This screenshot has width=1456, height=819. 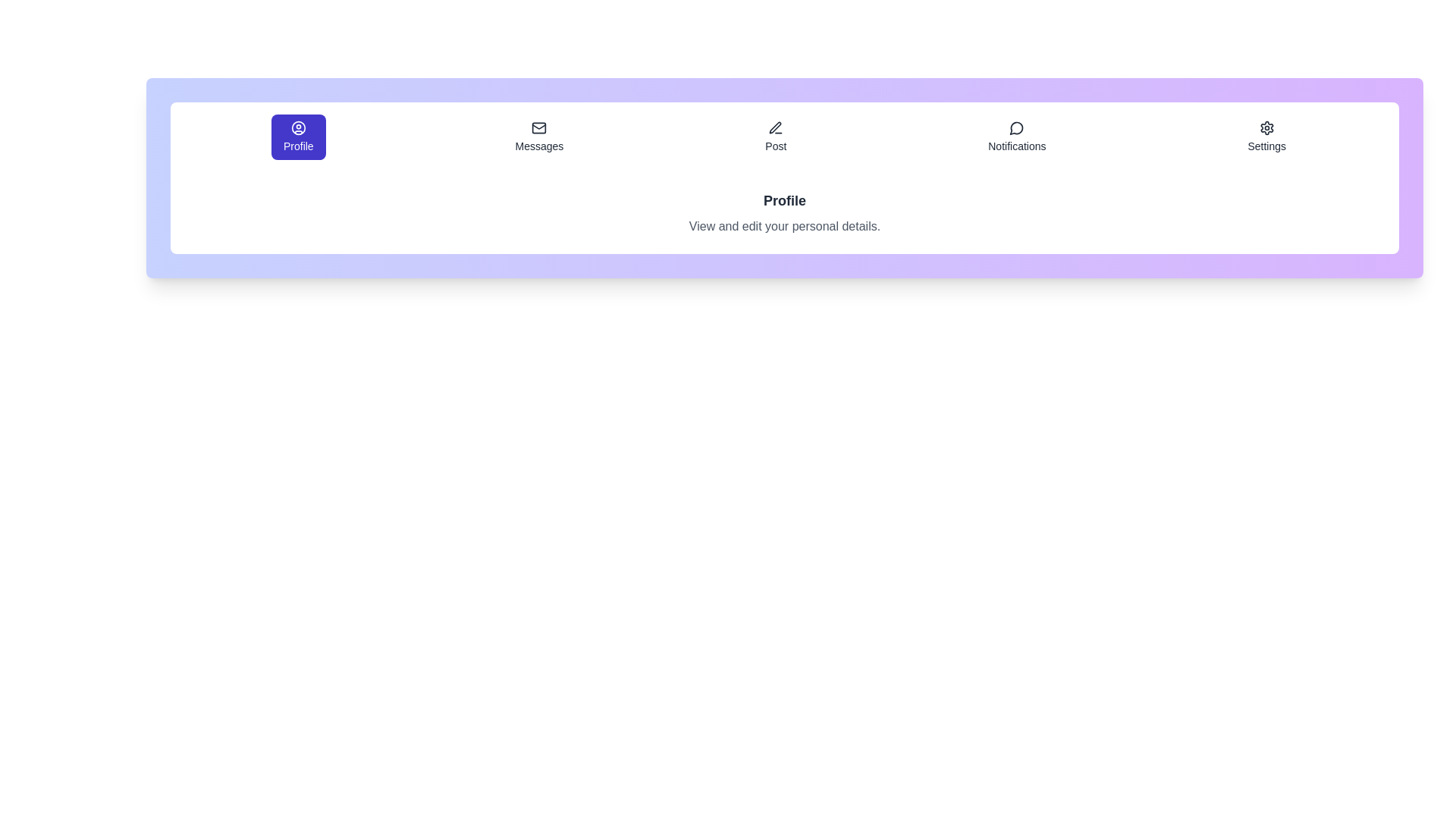 I want to click on the tab labeled Notifications to preview its interaction effect, so click(x=1017, y=137).